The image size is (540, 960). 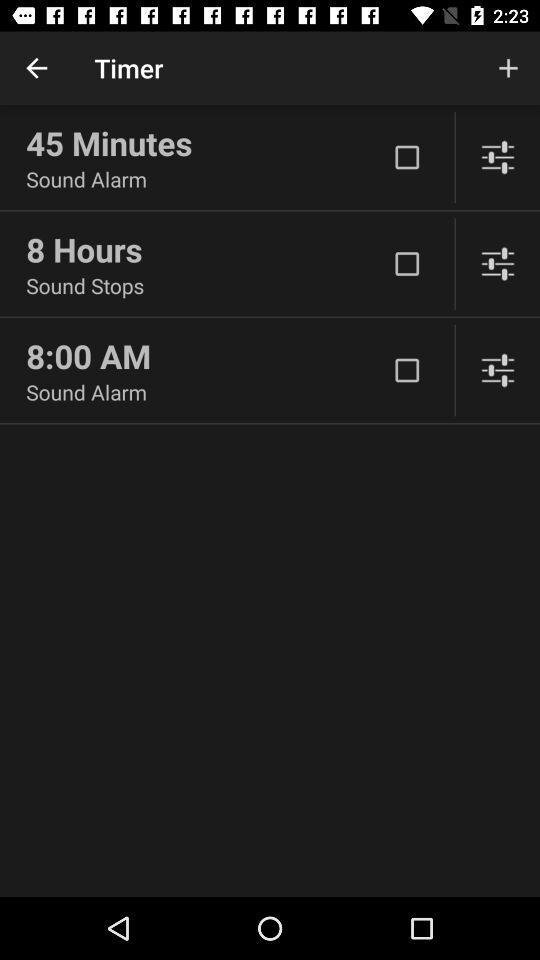 I want to click on item above the sound alarm icon, so click(x=205, y=142).